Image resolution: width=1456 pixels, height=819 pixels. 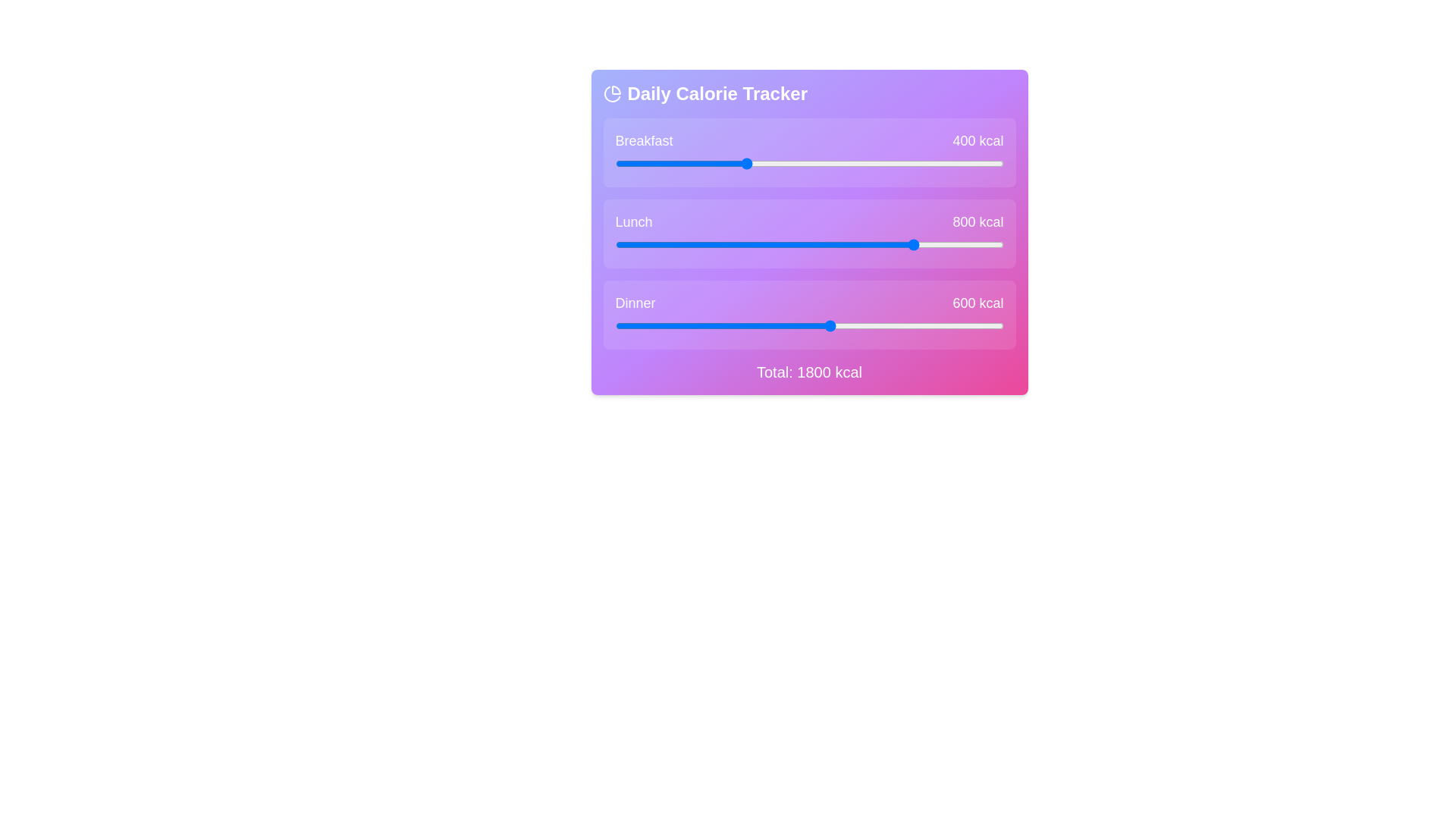 I want to click on the calorie value for breakfast, so click(x=944, y=164).